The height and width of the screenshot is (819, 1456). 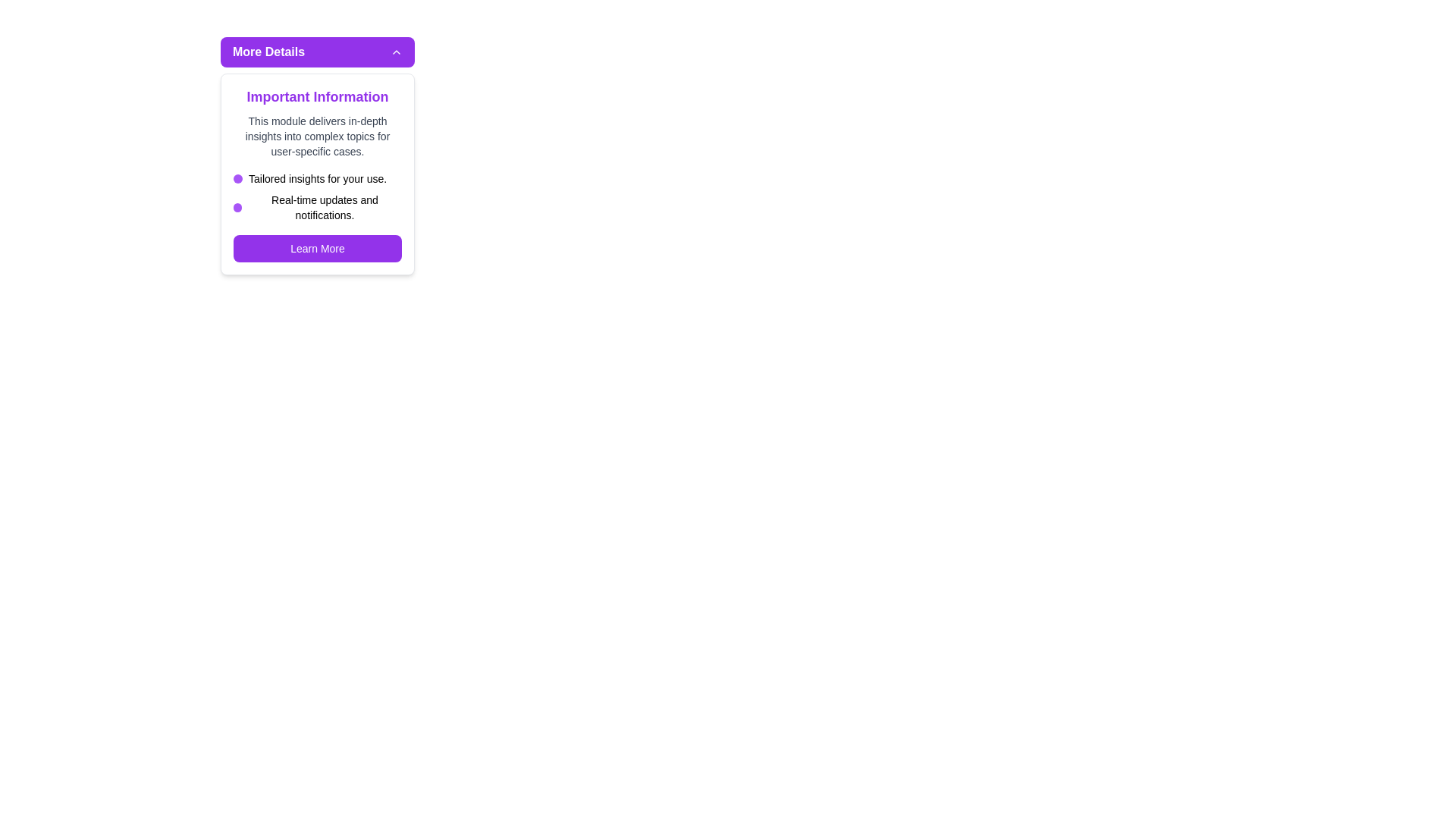 I want to click on text displaying key features or benefits about tailored insights and updates, which is located within a white card beneath the heading 'Important Information' and above the 'Learn More' button, so click(x=316, y=196).